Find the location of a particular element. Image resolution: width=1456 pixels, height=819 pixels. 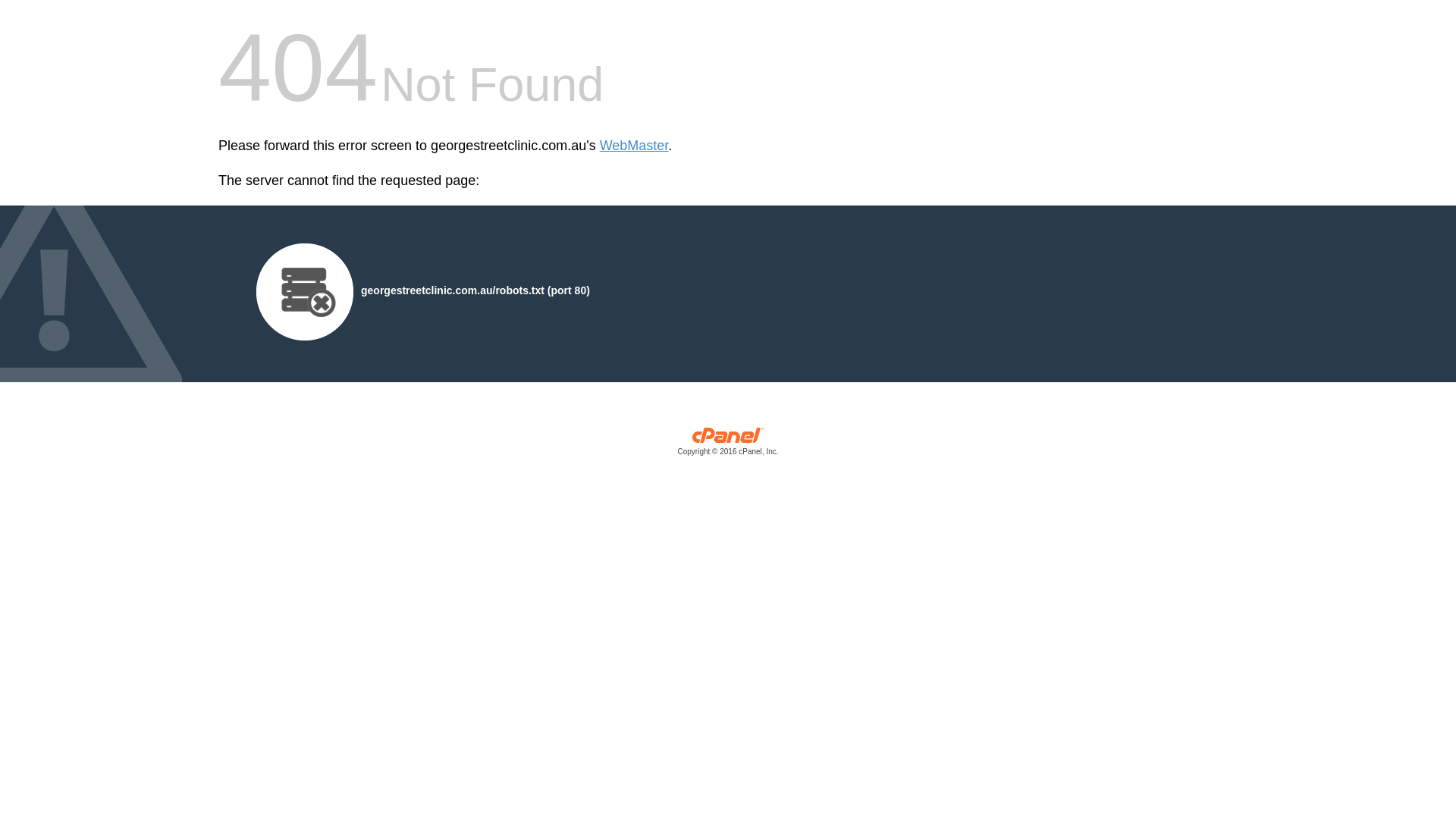

'WebMaster' is located at coordinates (634, 146).